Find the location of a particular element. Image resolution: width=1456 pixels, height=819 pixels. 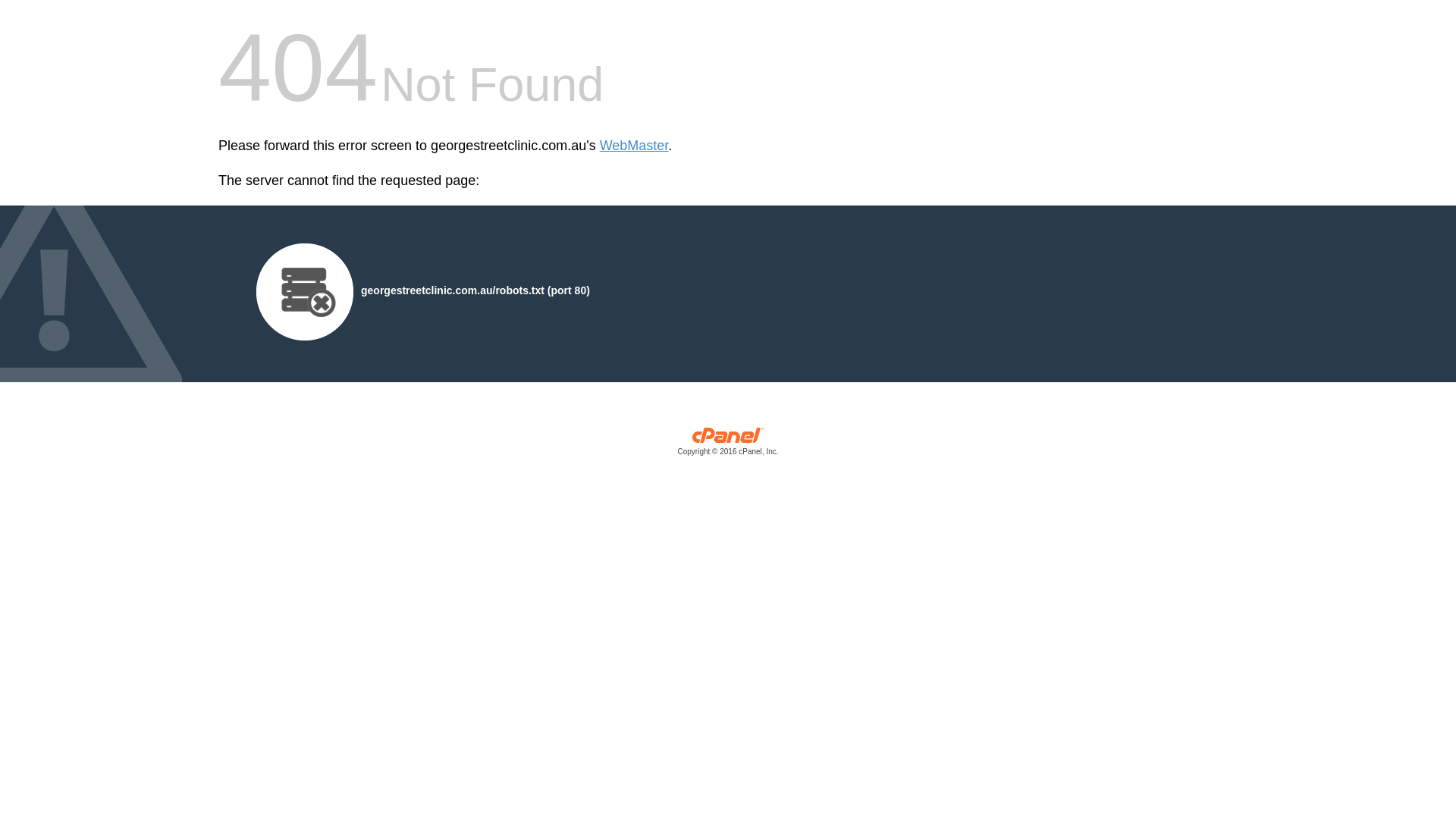

'WebMaster' is located at coordinates (634, 146).